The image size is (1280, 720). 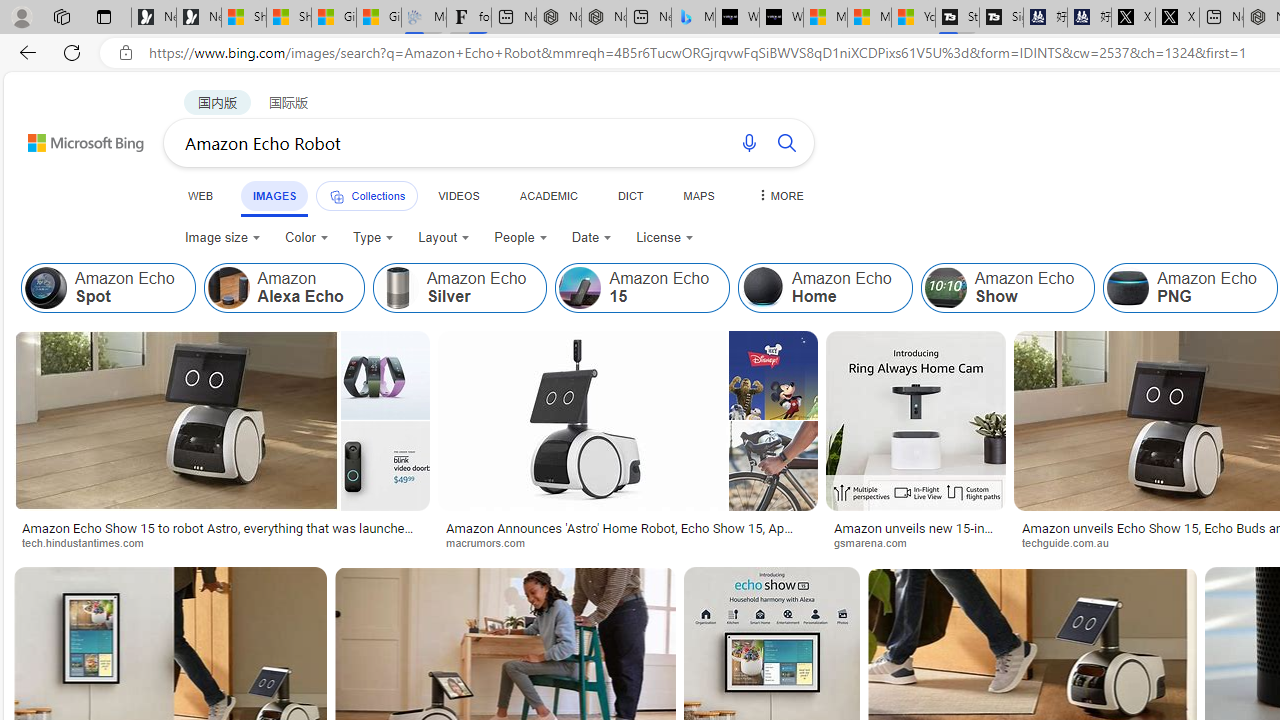 I want to click on 'Amazon Echo Silver', so click(x=397, y=288).